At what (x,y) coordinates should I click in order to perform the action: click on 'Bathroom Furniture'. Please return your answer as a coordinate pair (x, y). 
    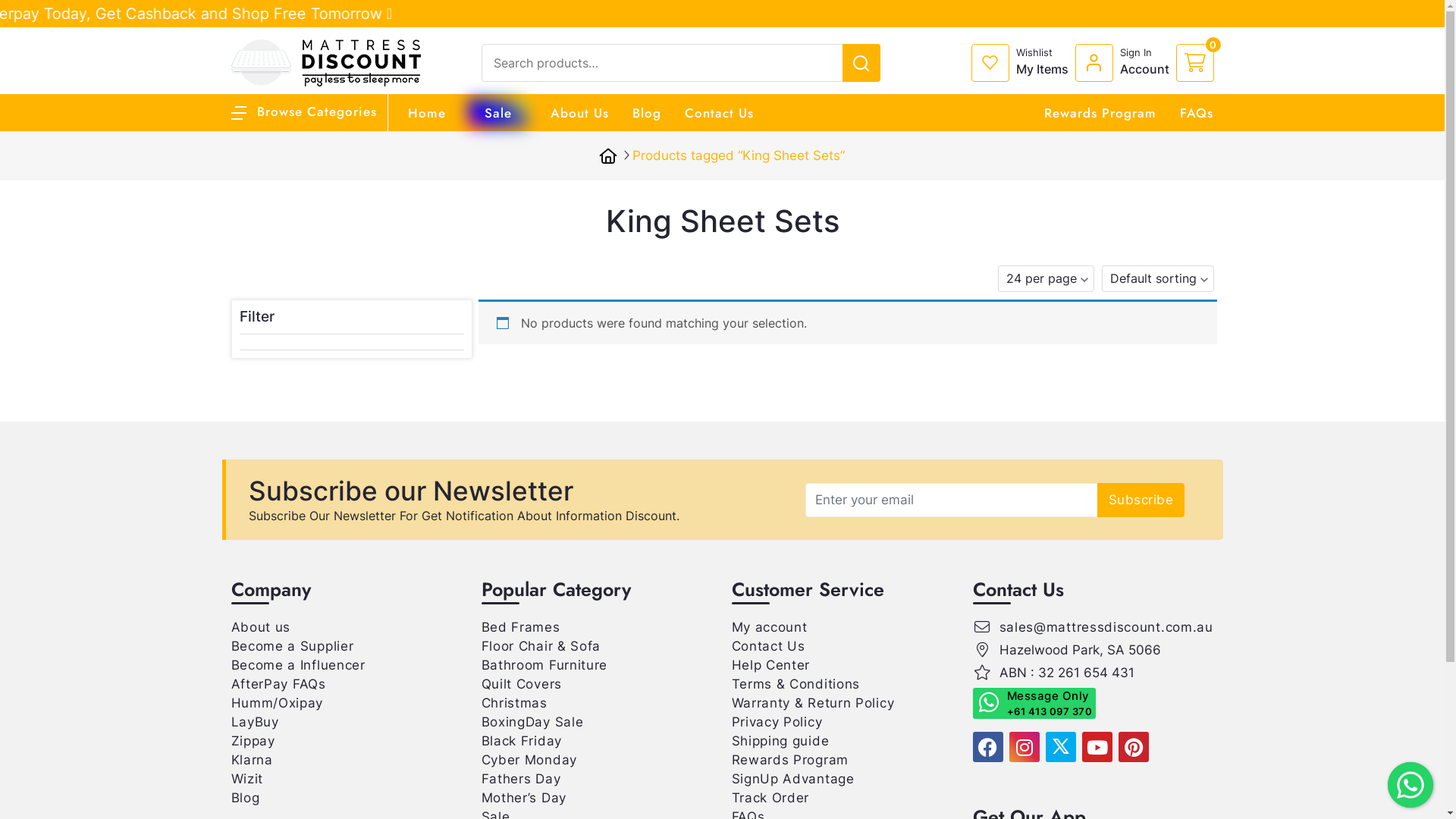
    Looking at the image, I should click on (544, 664).